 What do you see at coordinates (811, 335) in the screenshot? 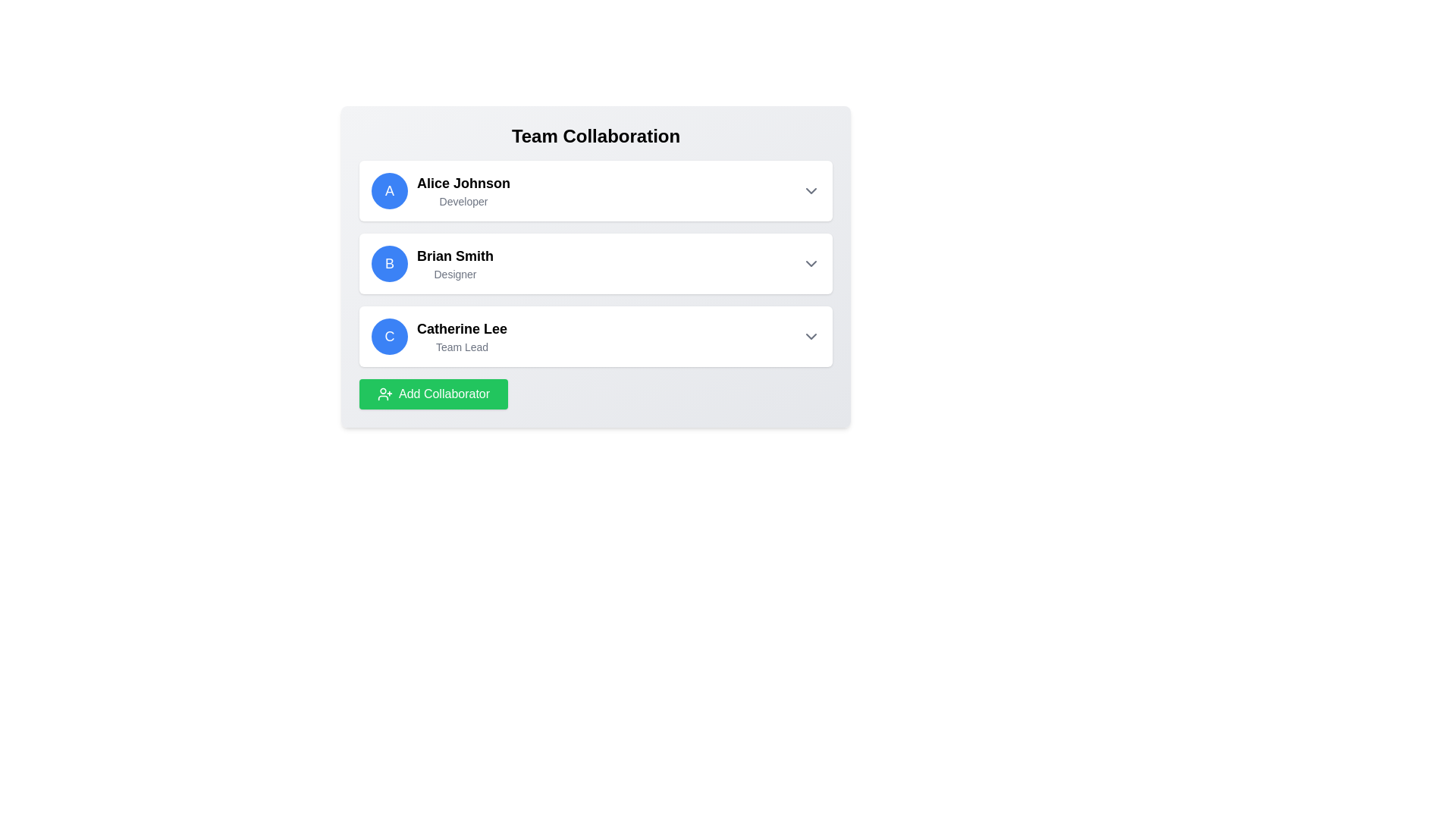
I see `the chevron button located at the rightmost area of the 'Catherine Lee Team Lead' entry` at bounding box center [811, 335].